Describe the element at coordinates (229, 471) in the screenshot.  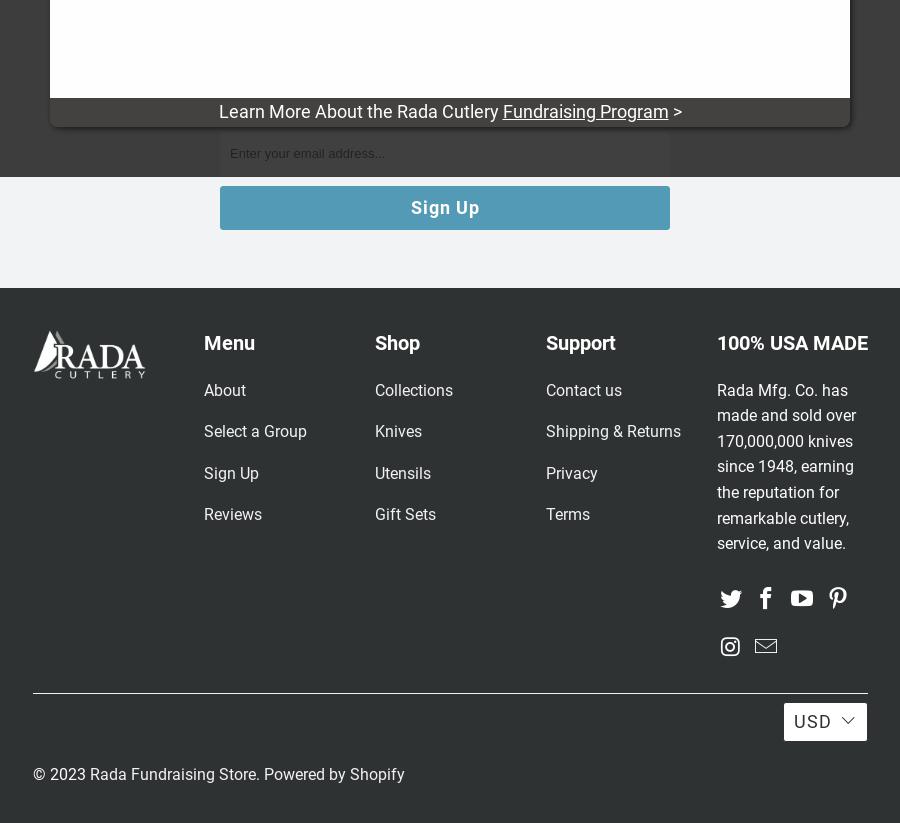
I see `'Sign Up'` at that location.